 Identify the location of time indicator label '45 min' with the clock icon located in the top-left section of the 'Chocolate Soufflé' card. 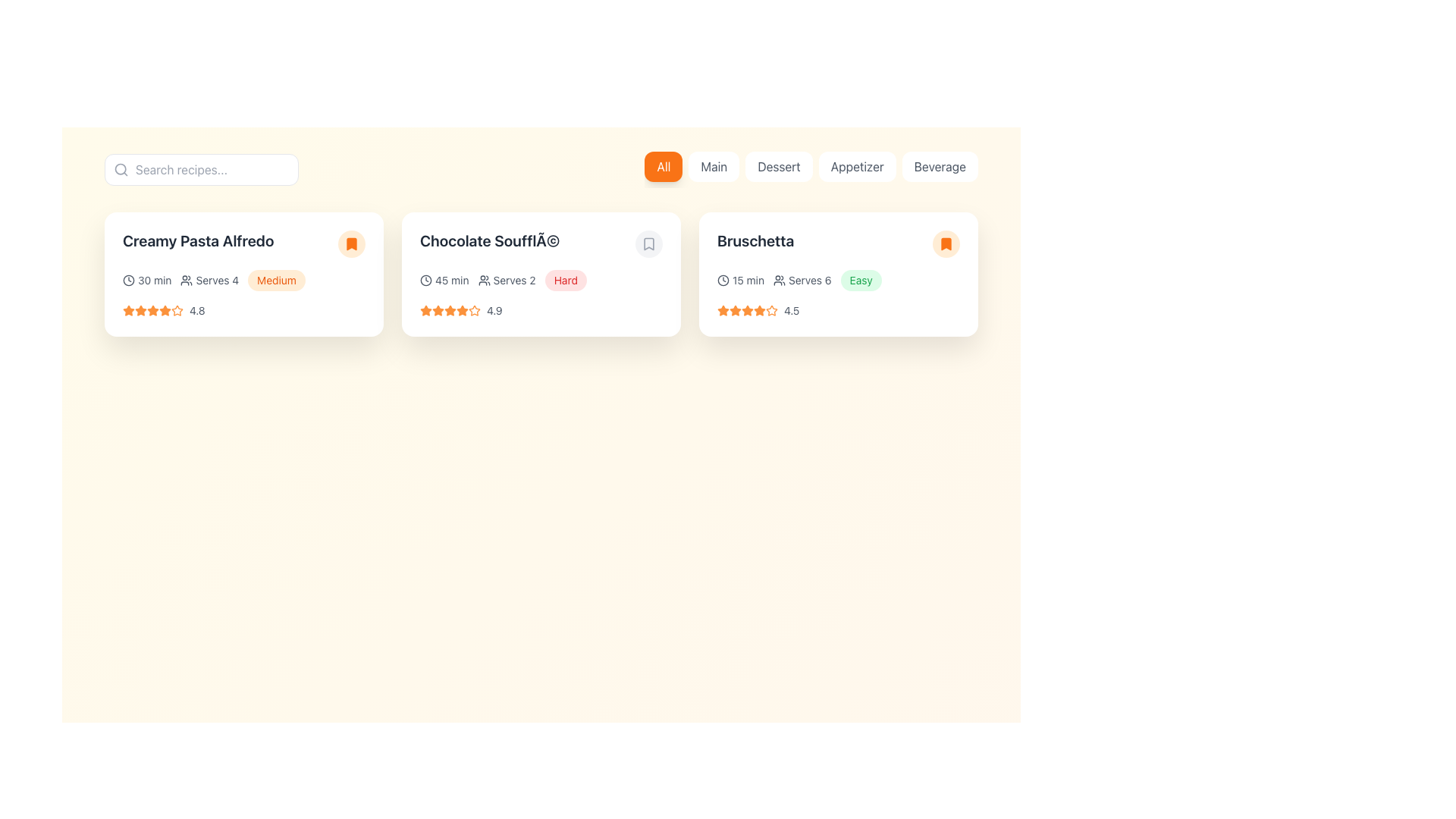
(444, 281).